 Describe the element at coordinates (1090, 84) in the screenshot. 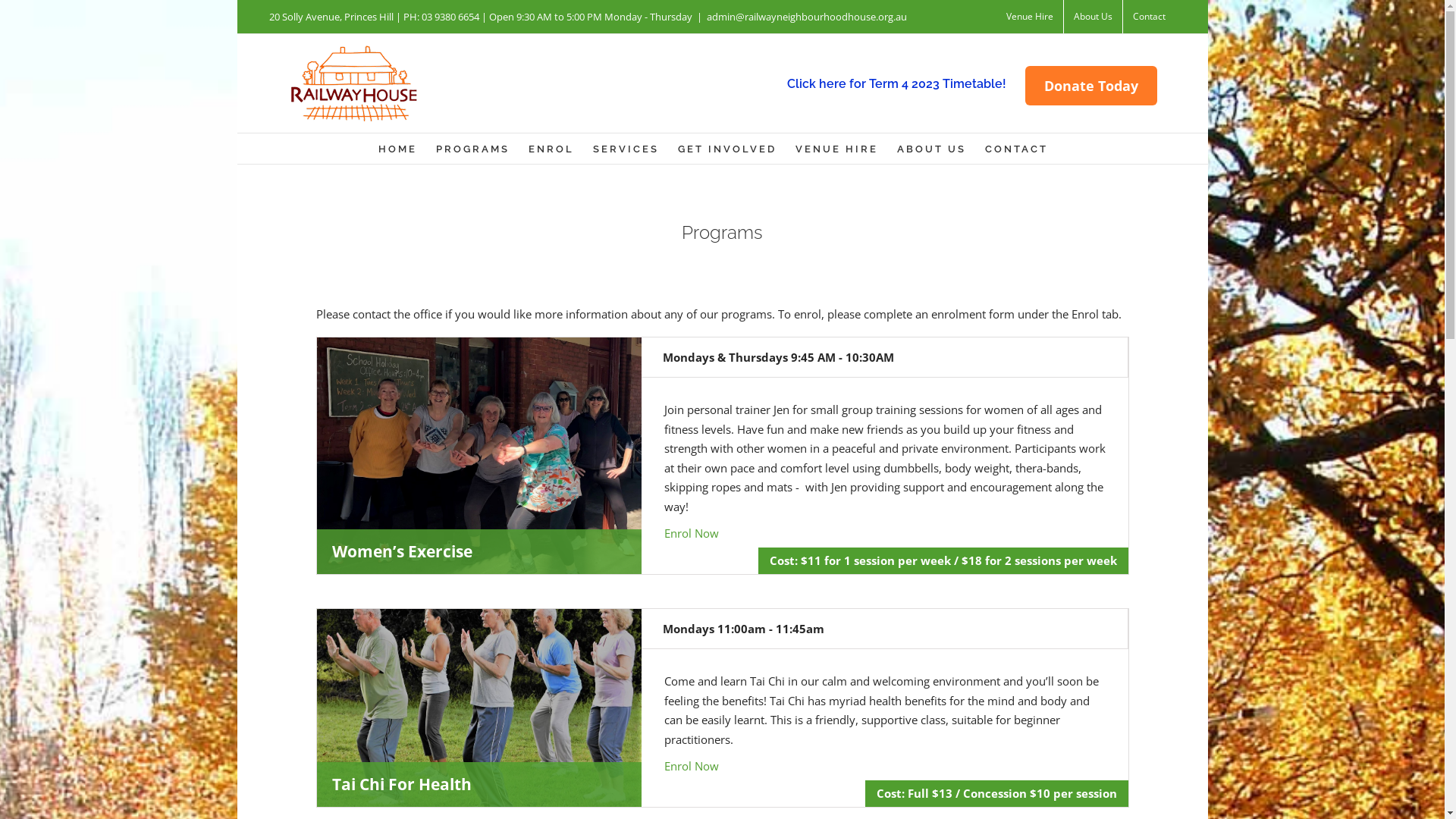

I see `'Donate Today'` at that location.